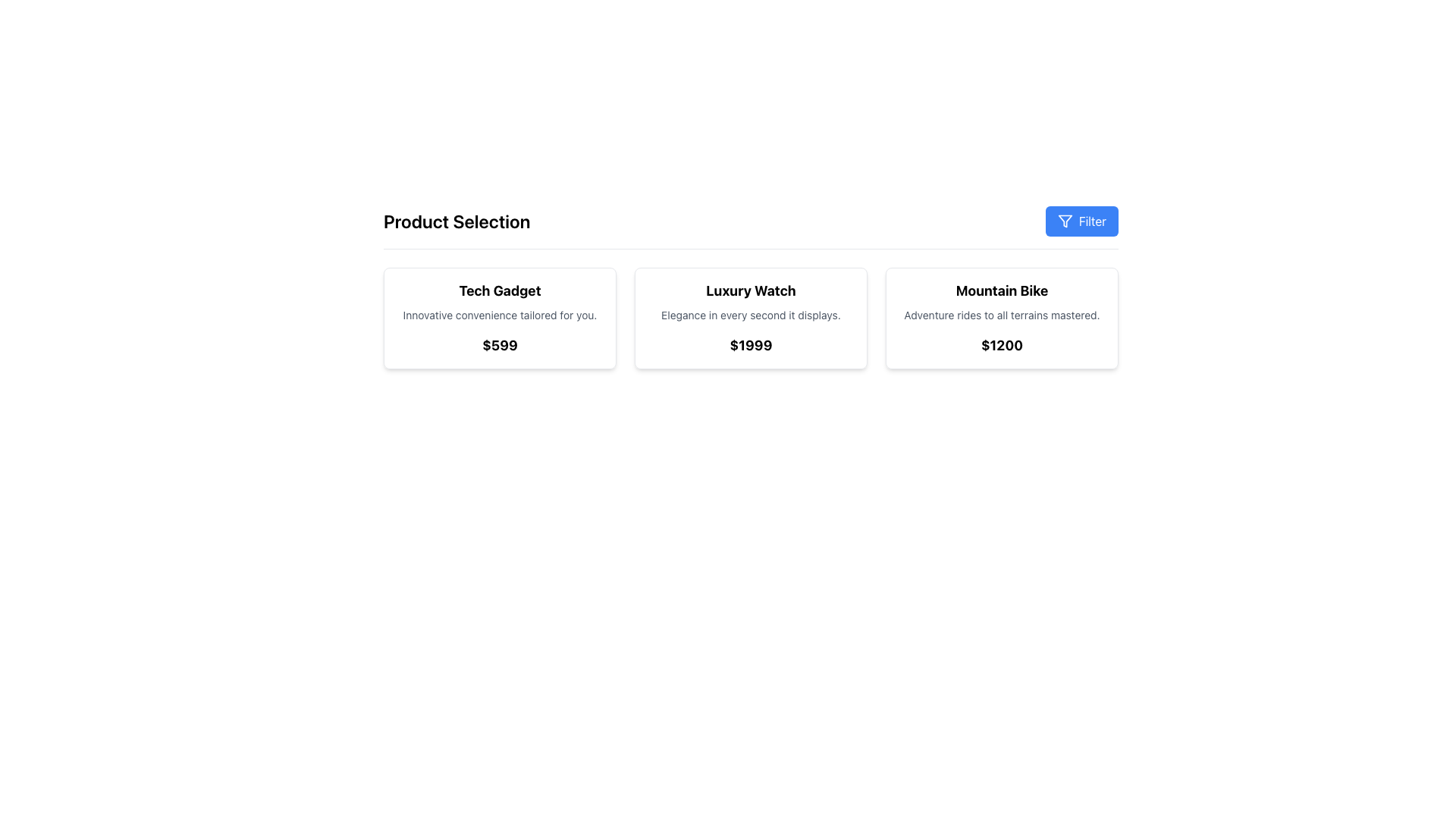 The height and width of the screenshot is (819, 1456). I want to click on the text label that provides information about the product 'Luxury Watch', located below its title and above the price, so click(751, 315).